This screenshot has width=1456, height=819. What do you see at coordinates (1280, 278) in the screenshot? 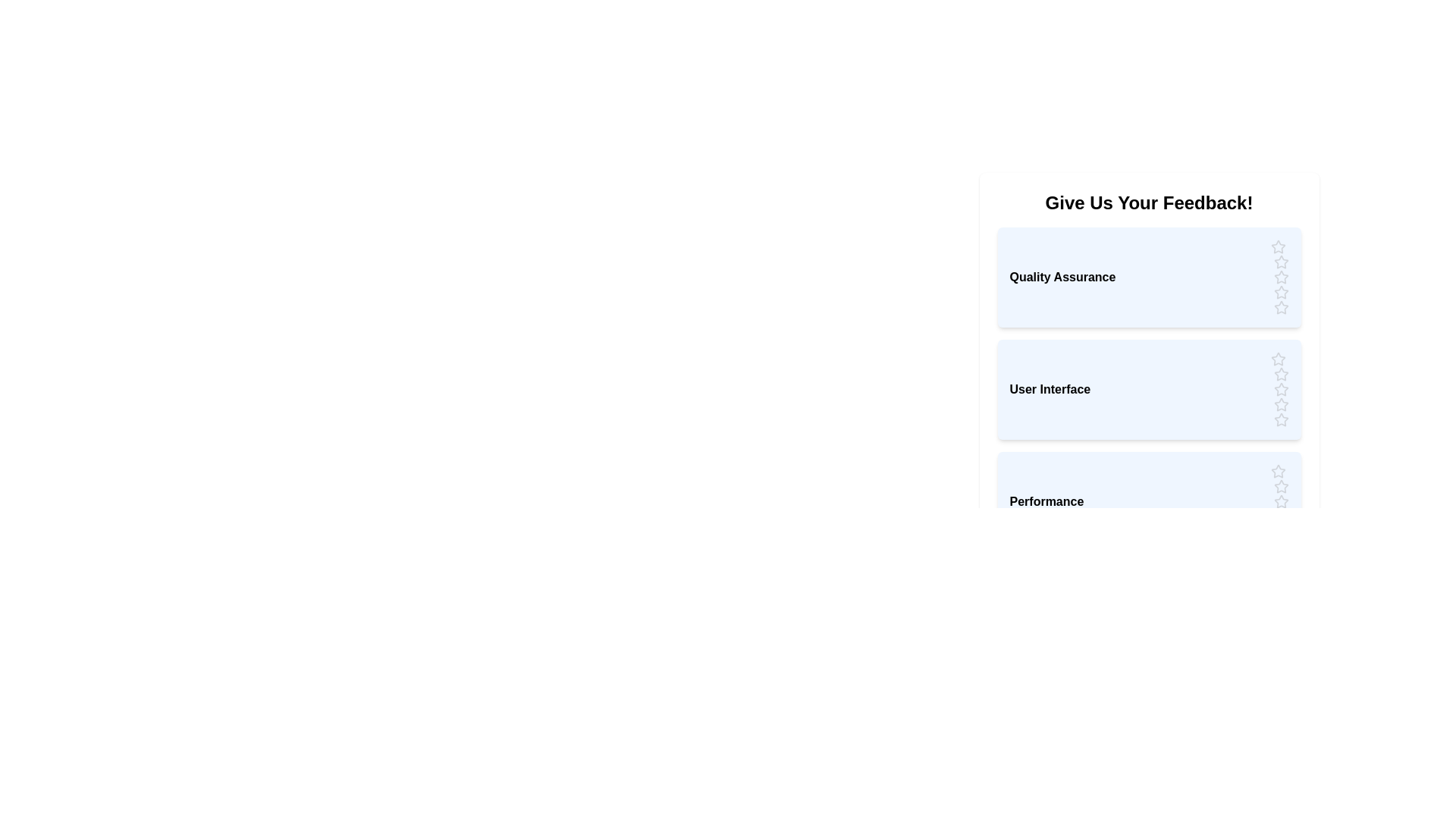
I see `the rating for the category 'Quality Assurance' to 3 stars` at bounding box center [1280, 278].